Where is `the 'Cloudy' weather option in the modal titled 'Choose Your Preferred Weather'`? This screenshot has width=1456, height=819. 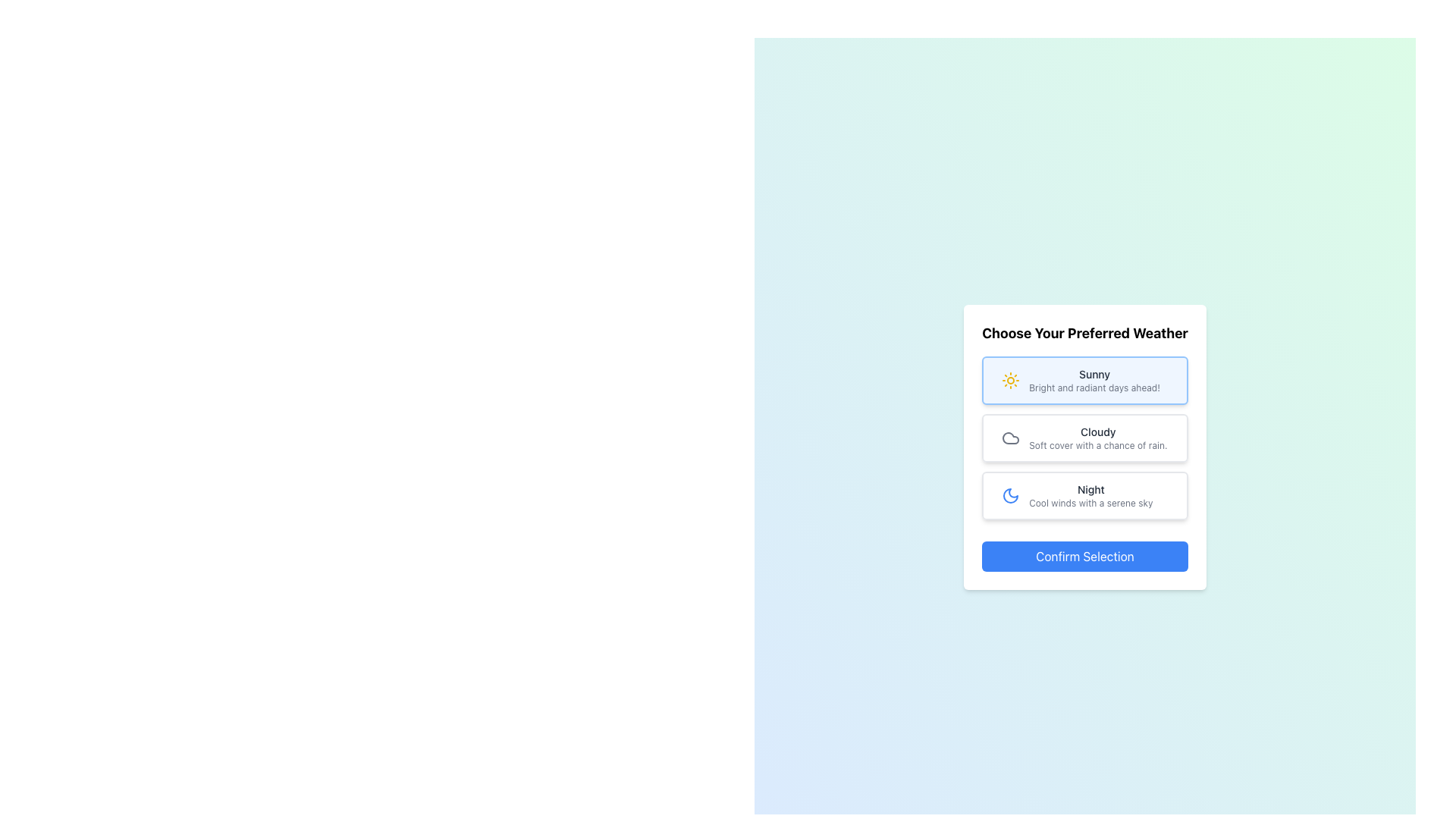
the 'Cloudy' weather option in the modal titled 'Choose Your Preferred Weather' is located at coordinates (1084, 438).